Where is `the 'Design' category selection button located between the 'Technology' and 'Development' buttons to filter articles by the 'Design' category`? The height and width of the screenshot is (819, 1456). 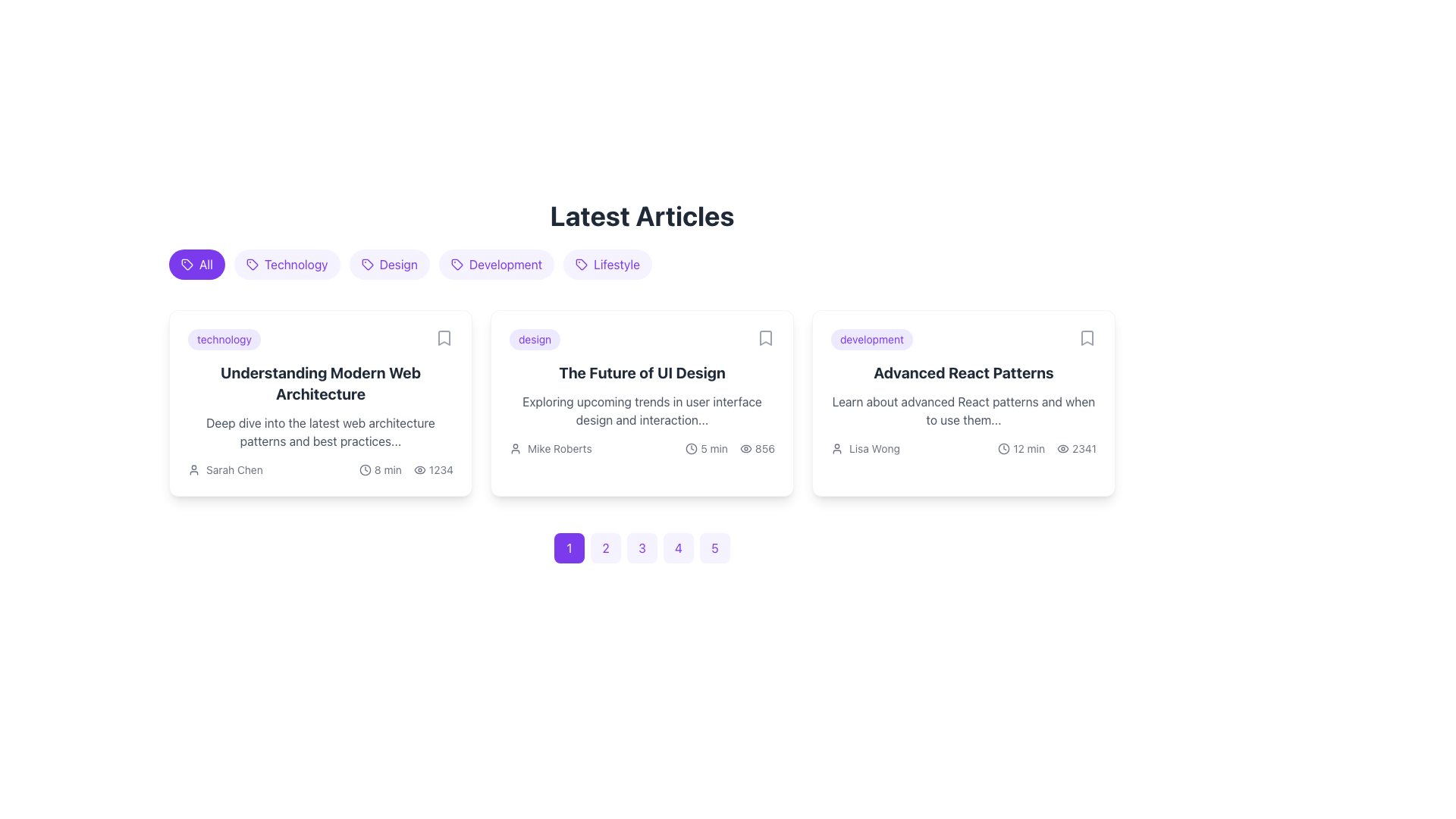 the 'Design' category selection button located between the 'Technology' and 'Development' buttons to filter articles by the 'Design' category is located at coordinates (389, 263).